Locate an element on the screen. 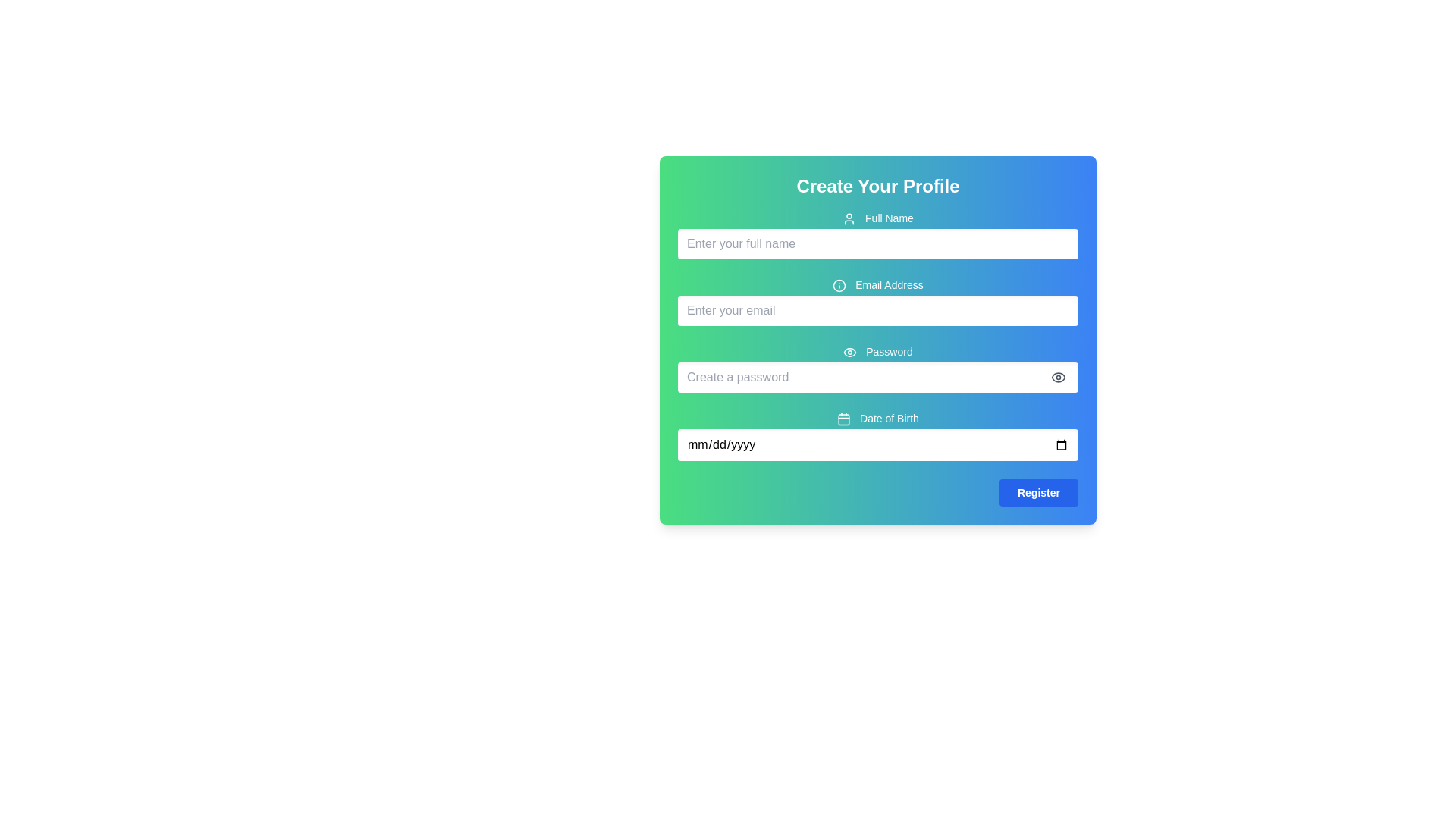  the eye icon associated with the password input field is located at coordinates (877, 369).